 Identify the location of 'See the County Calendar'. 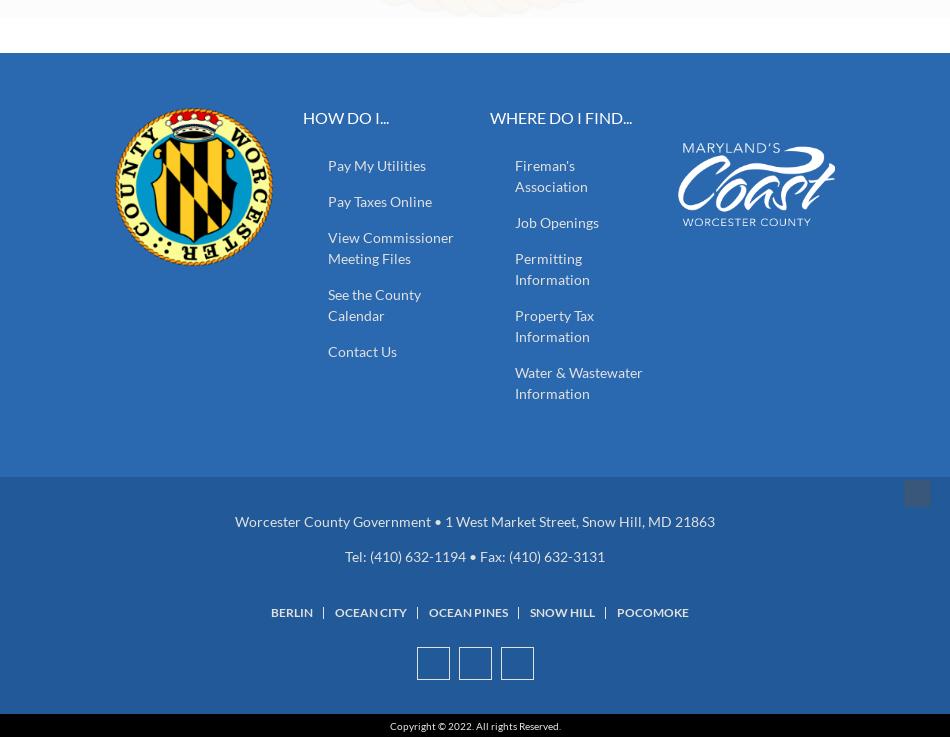
(372, 304).